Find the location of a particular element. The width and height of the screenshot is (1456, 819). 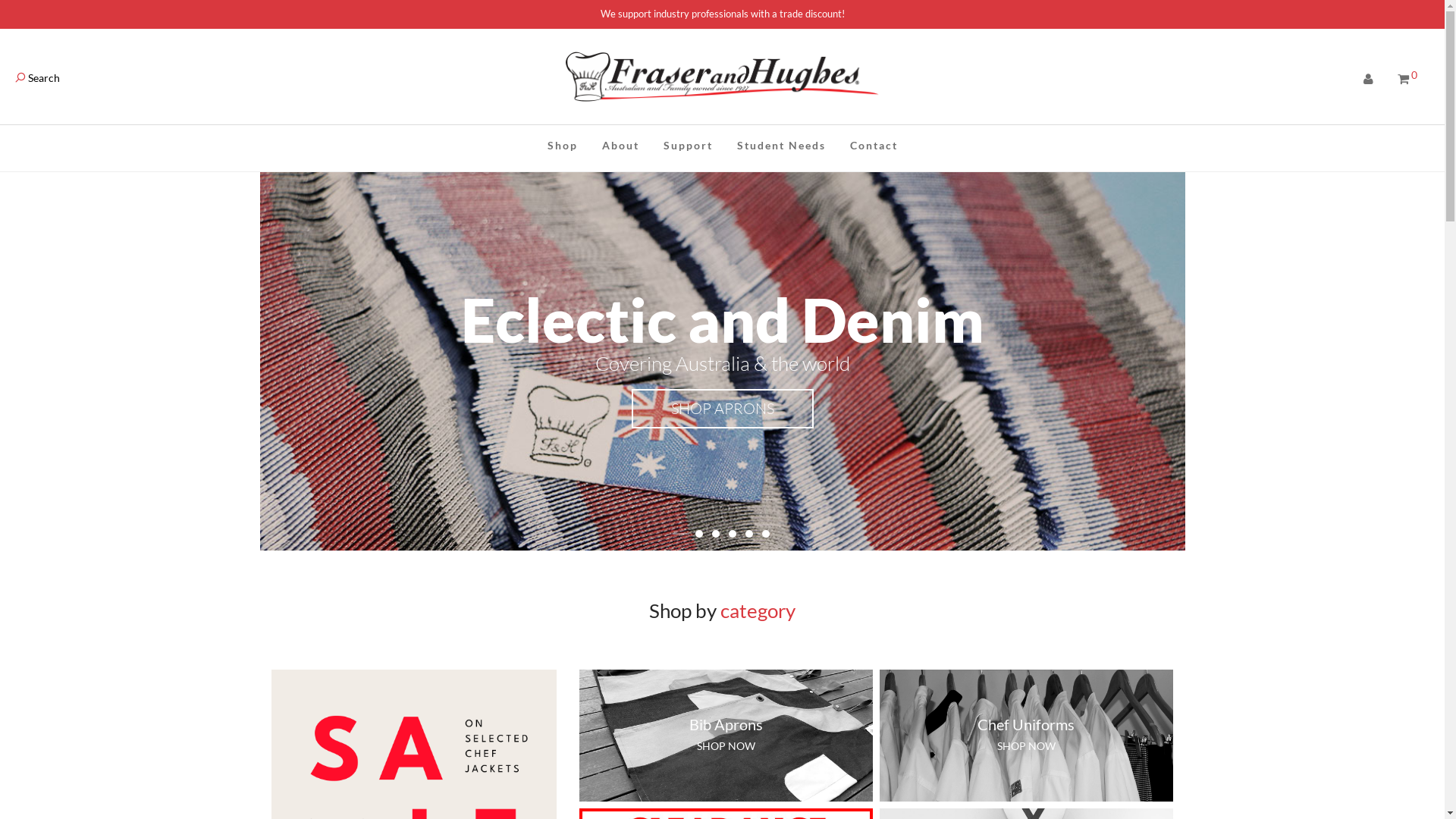

'Bib Aprons' is located at coordinates (725, 723).